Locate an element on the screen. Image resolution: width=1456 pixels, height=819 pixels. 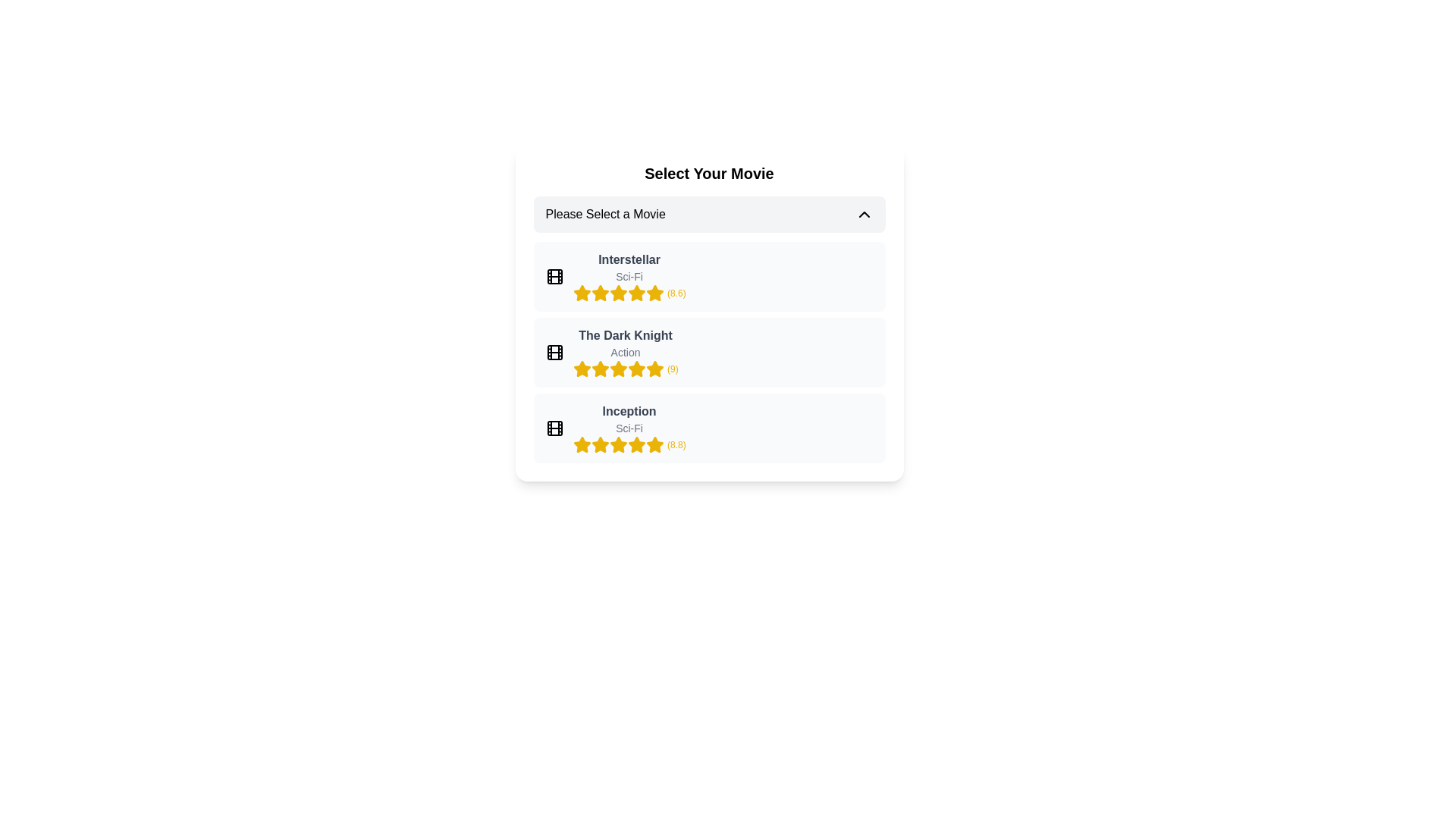
the title of the movie 'The Dark Knight' which is located on the second card in a list of movie options, centrally positioned and aligned to the left within the card is located at coordinates (626, 335).